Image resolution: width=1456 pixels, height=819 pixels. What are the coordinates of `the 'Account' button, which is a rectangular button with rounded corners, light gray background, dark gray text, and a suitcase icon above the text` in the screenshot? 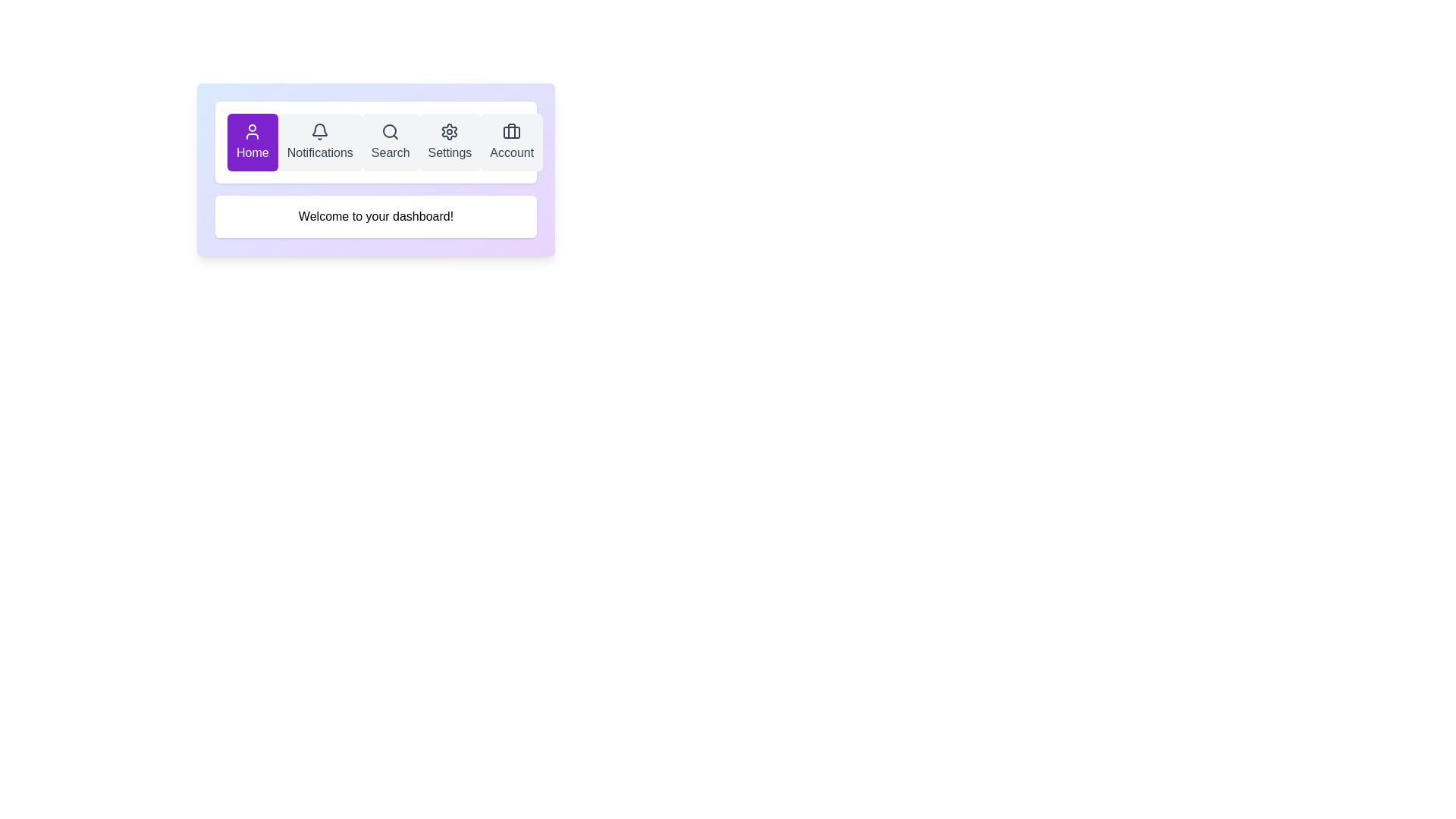 It's located at (512, 143).